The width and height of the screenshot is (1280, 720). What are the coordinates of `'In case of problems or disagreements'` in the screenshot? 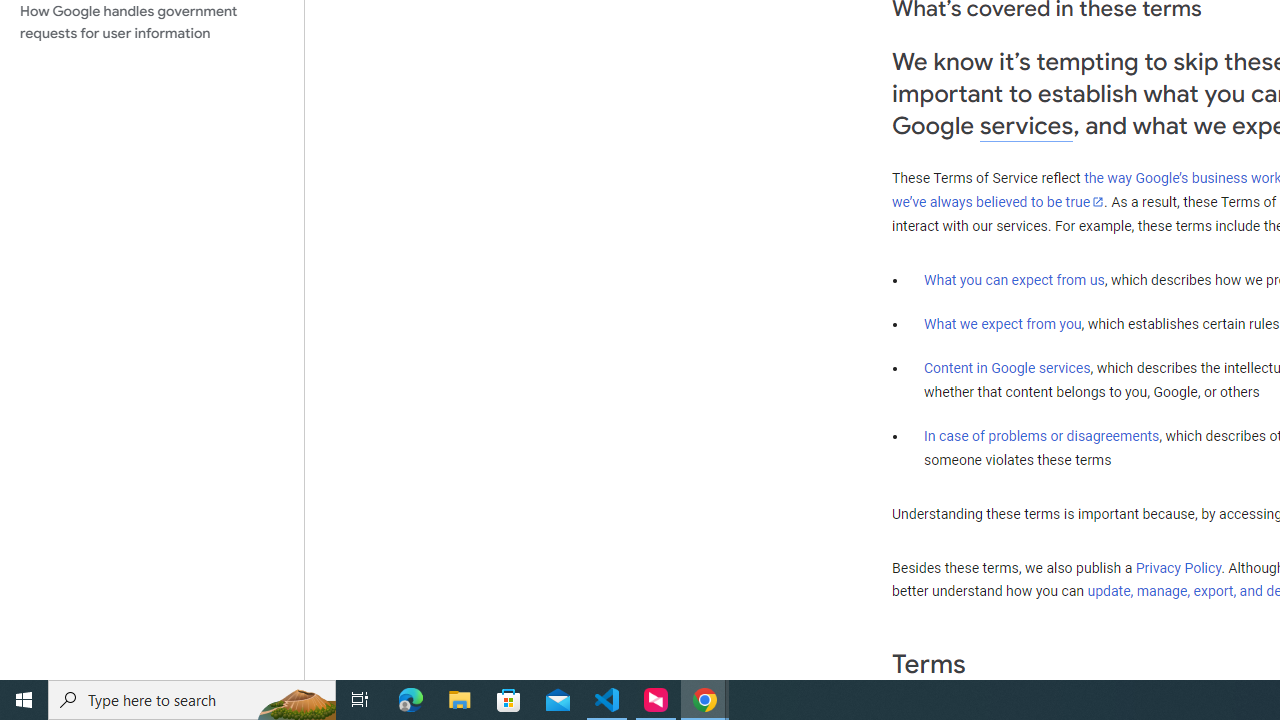 It's located at (1040, 434).